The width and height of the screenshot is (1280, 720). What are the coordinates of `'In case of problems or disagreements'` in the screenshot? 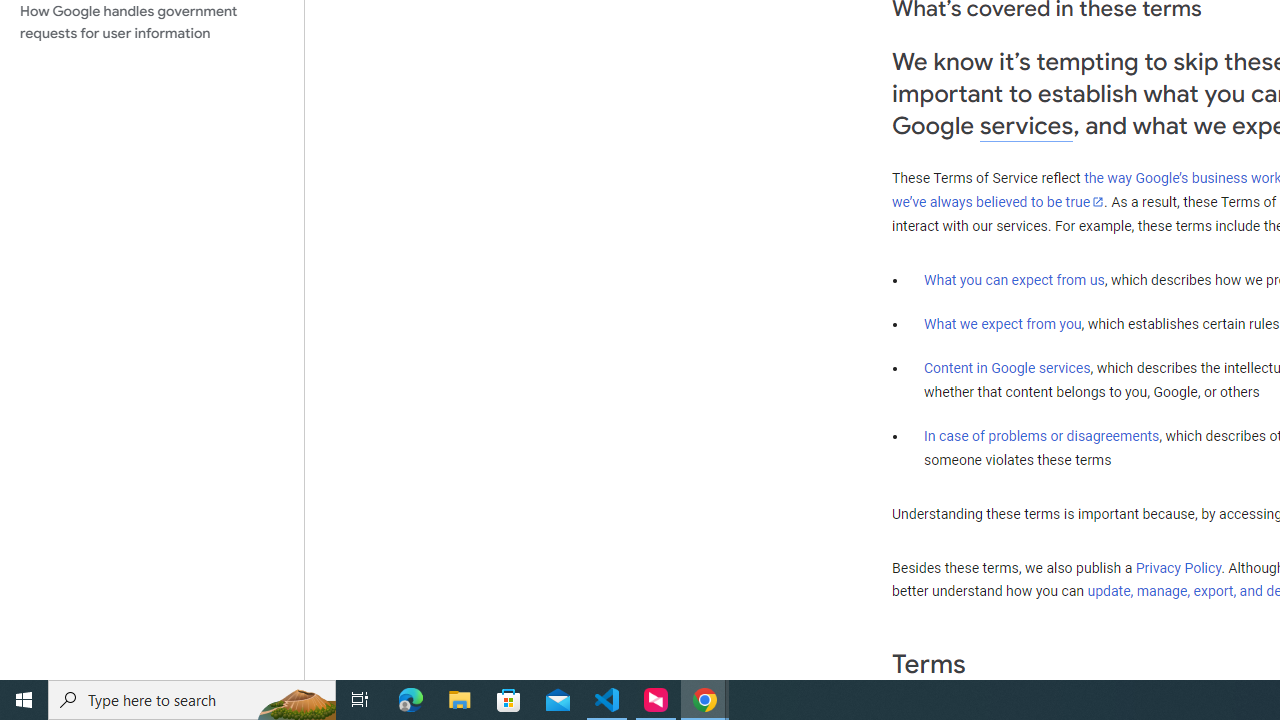 It's located at (1040, 434).